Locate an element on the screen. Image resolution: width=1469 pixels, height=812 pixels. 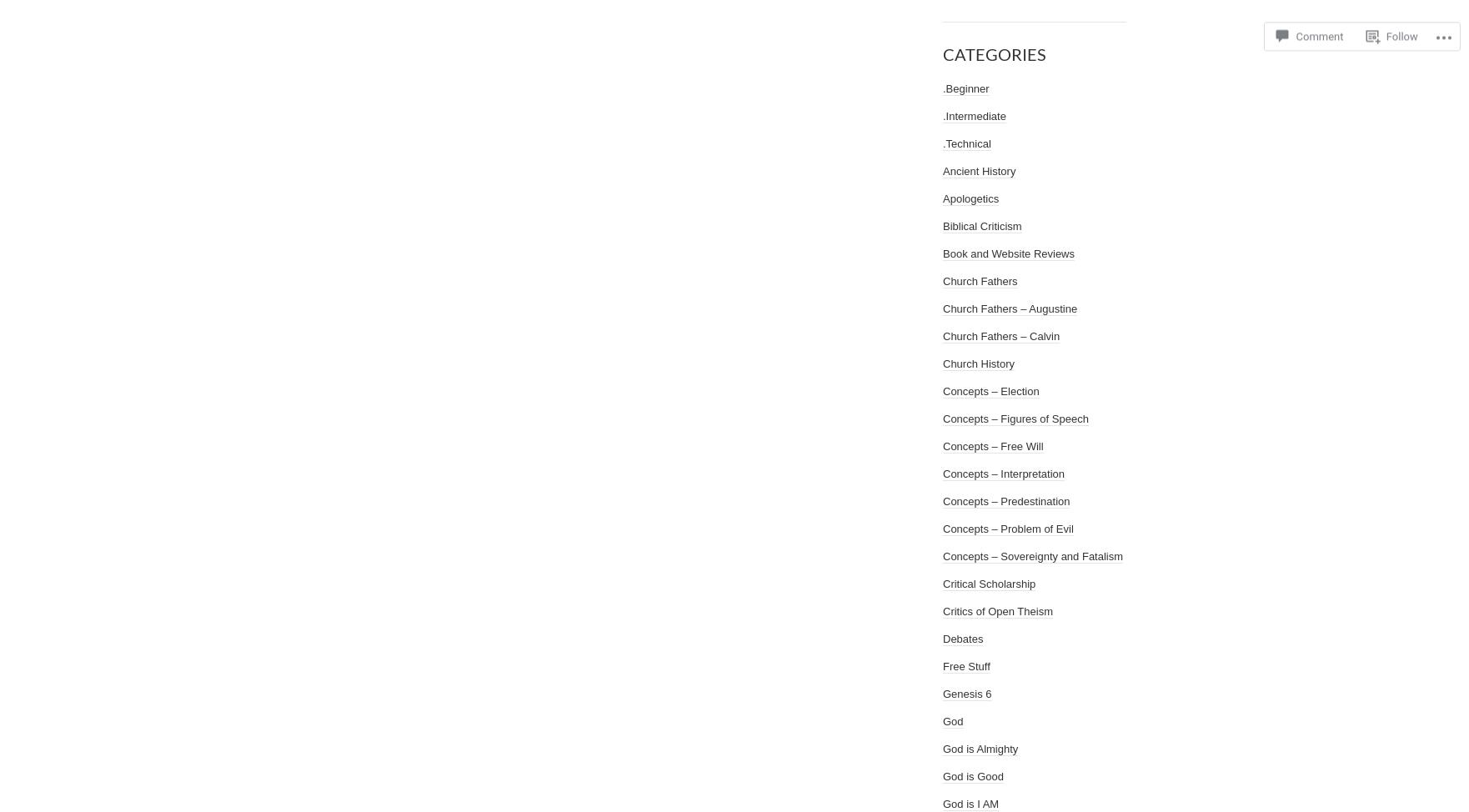
'Church History' is located at coordinates (978, 363).